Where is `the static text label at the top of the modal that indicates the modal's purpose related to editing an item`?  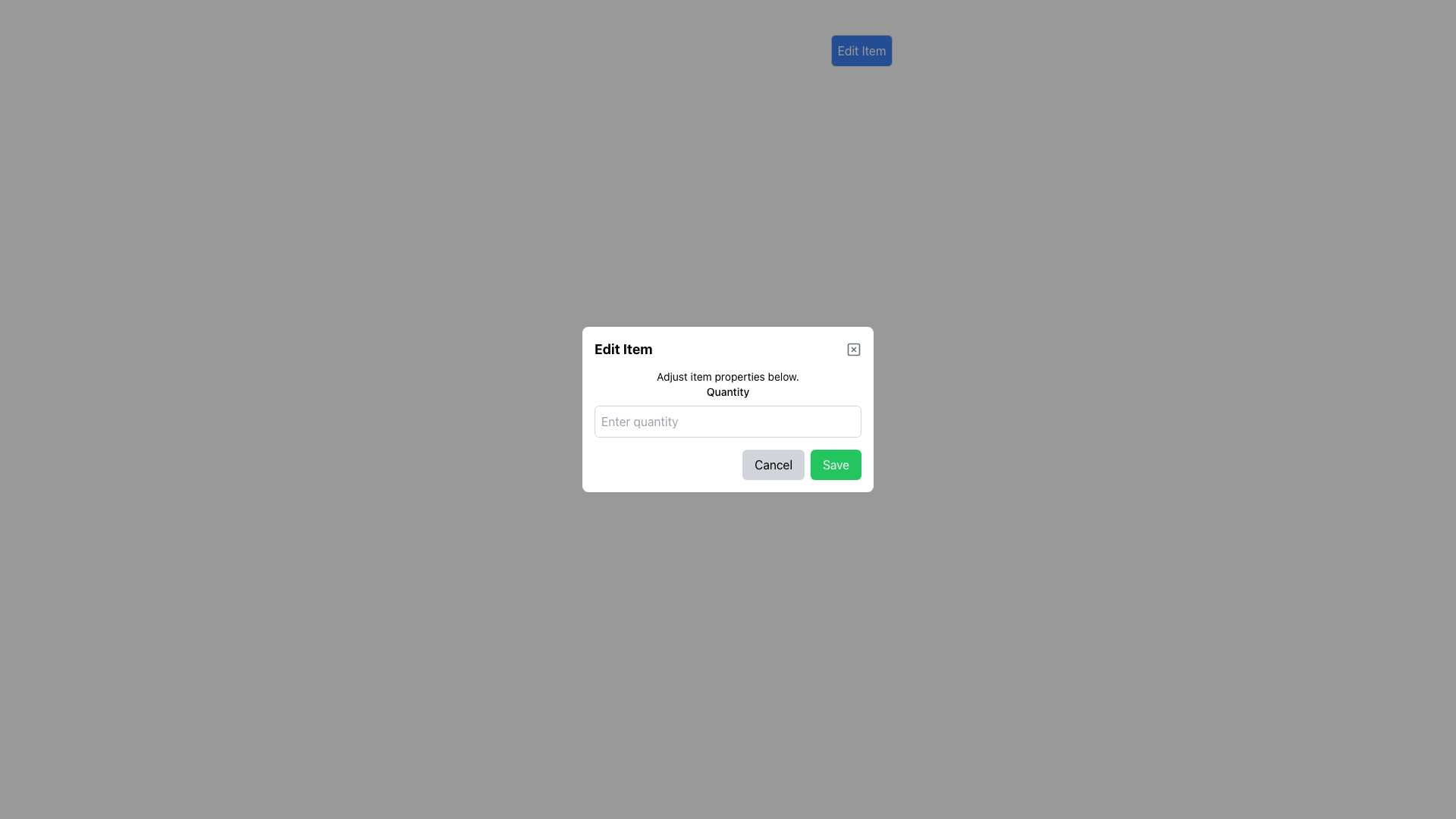 the static text label at the top of the modal that indicates the modal's purpose related to editing an item is located at coordinates (623, 350).